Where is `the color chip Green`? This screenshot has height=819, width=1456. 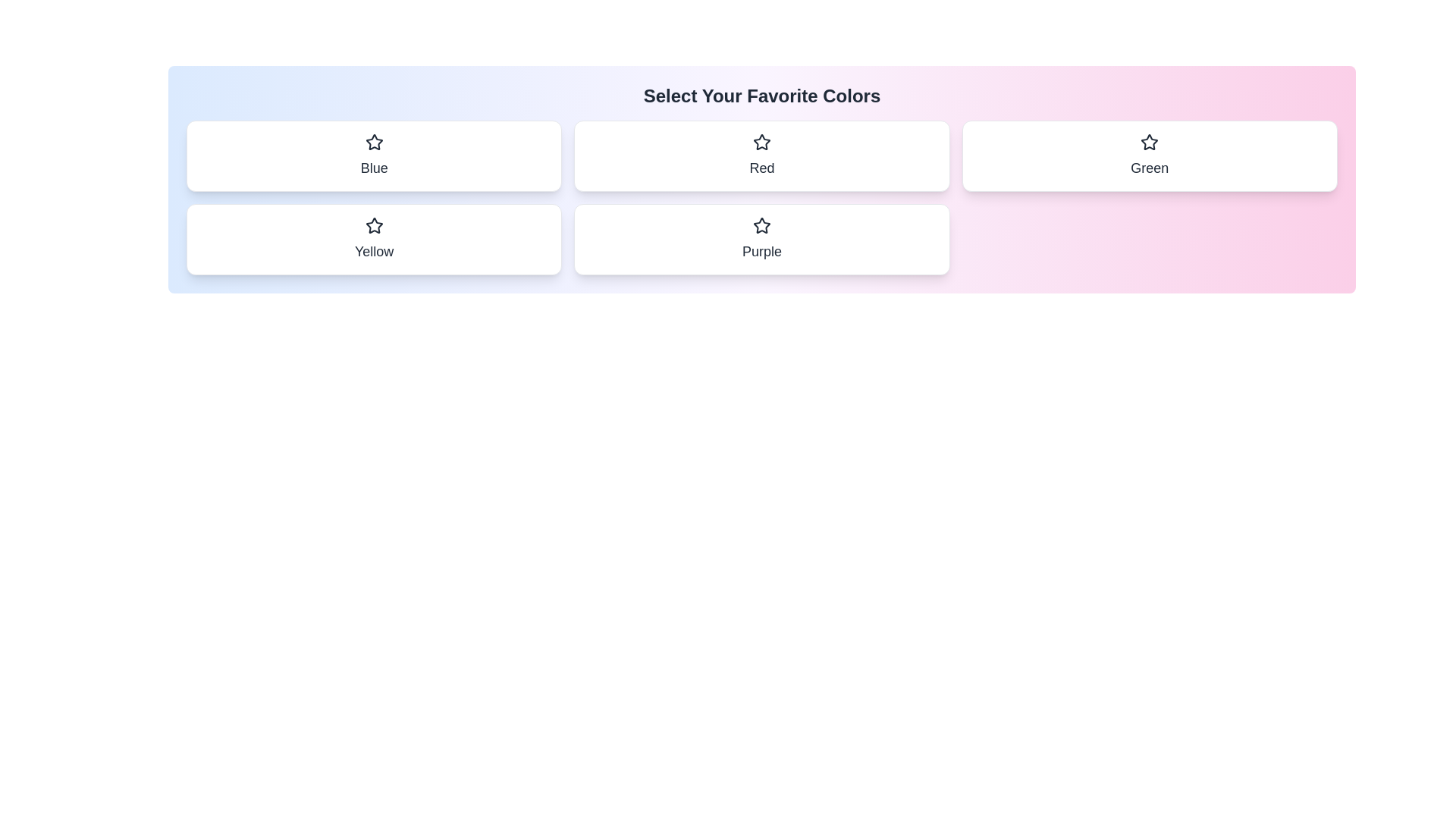 the color chip Green is located at coordinates (1150, 155).